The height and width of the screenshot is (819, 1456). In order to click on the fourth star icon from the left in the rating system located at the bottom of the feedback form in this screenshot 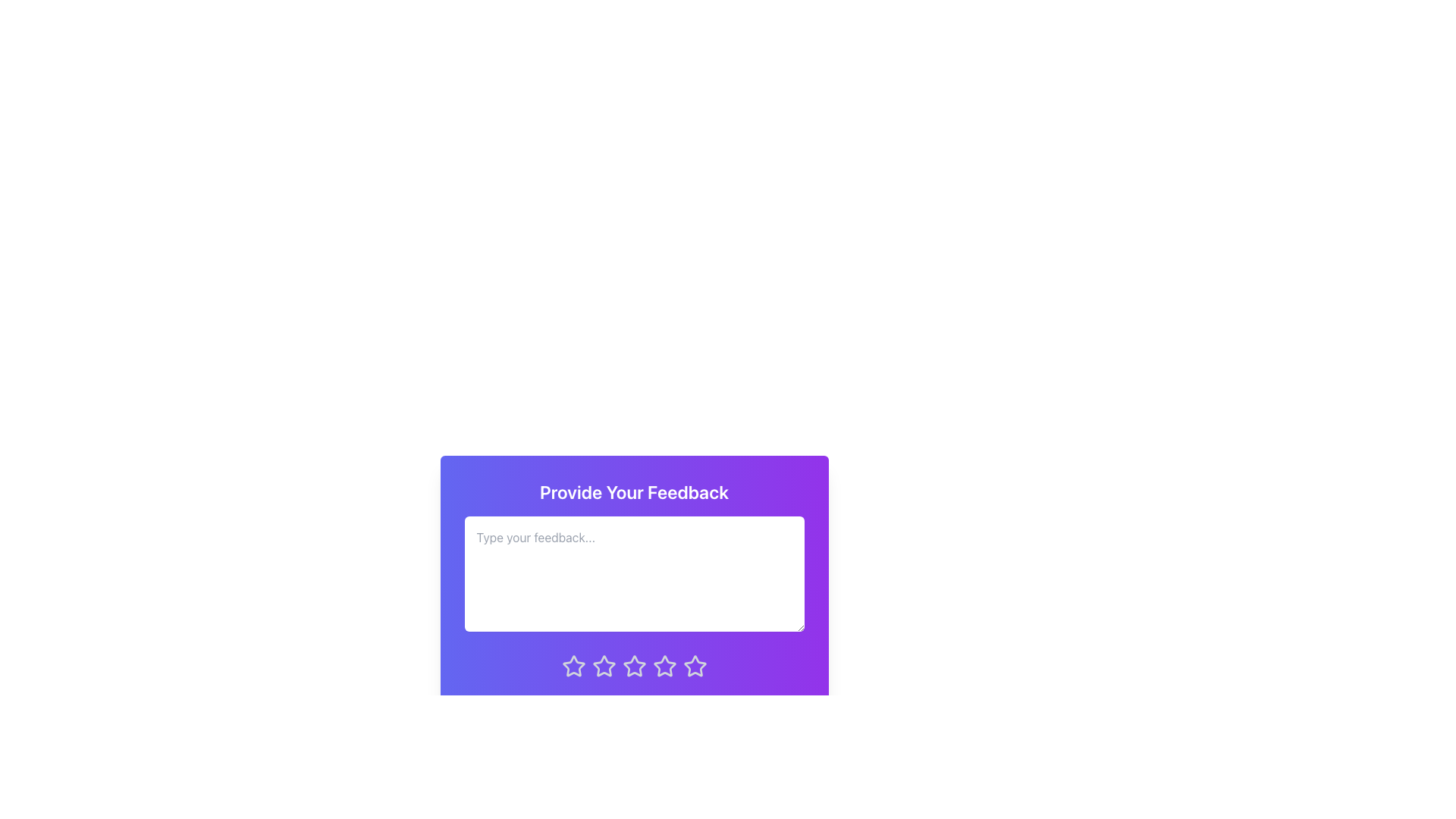, I will do `click(634, 666)`.